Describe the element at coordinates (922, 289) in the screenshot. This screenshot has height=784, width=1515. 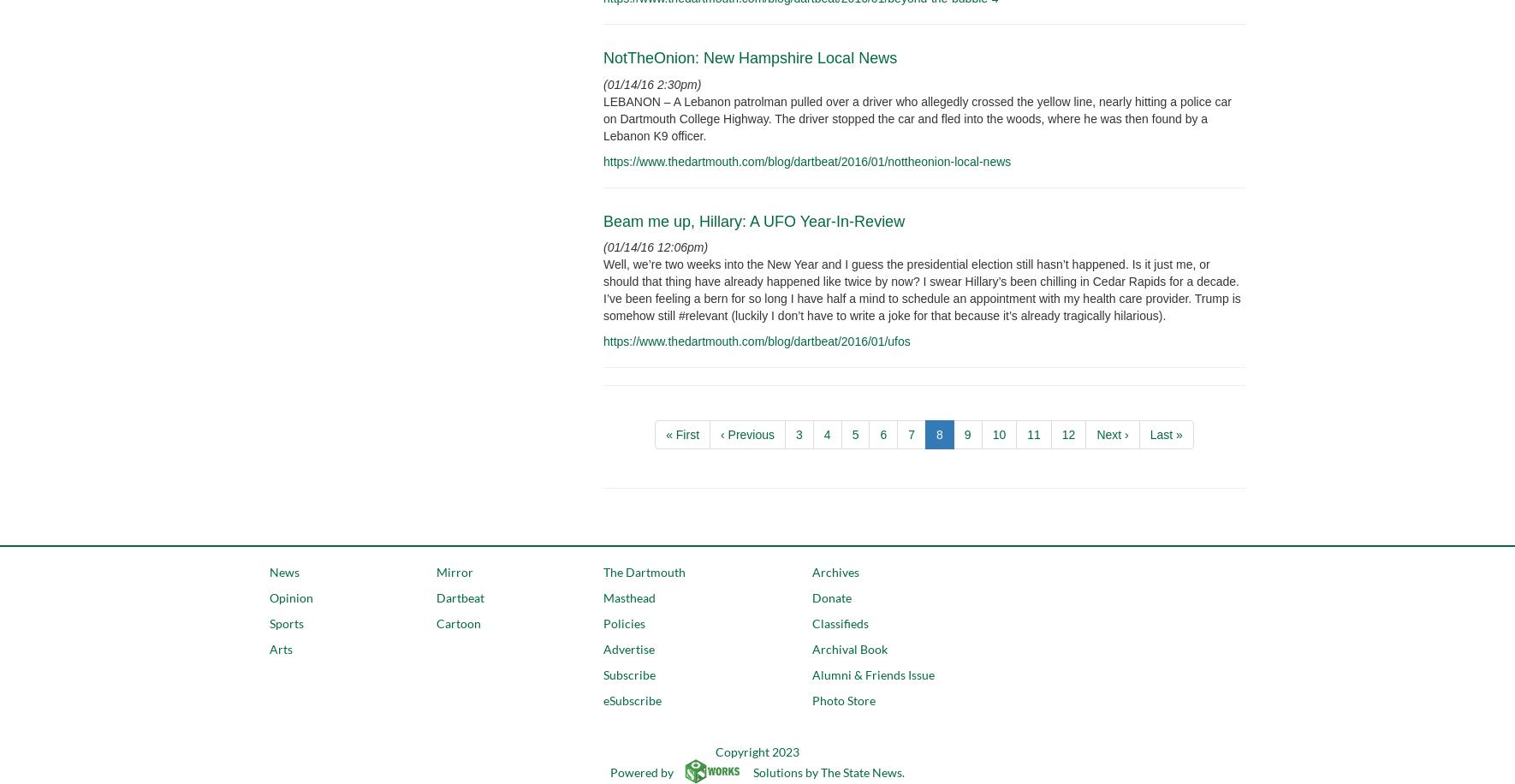
I see `'Well, we’re two weeks into the New Year and I guess the presidential election still hasn’t happened. Is it just me, or should that thing have already happened like twice by now? I swear Hillary’s been chilling in Cedar Rapids for a decade. I’ve been feeling a bern for so long I have half a mind to schedule an appointment with my health care provider. Trump is somehow still #relevant (luckily I don’t have to write a joke for that because it’s already tragically hilarious).'` at that location.